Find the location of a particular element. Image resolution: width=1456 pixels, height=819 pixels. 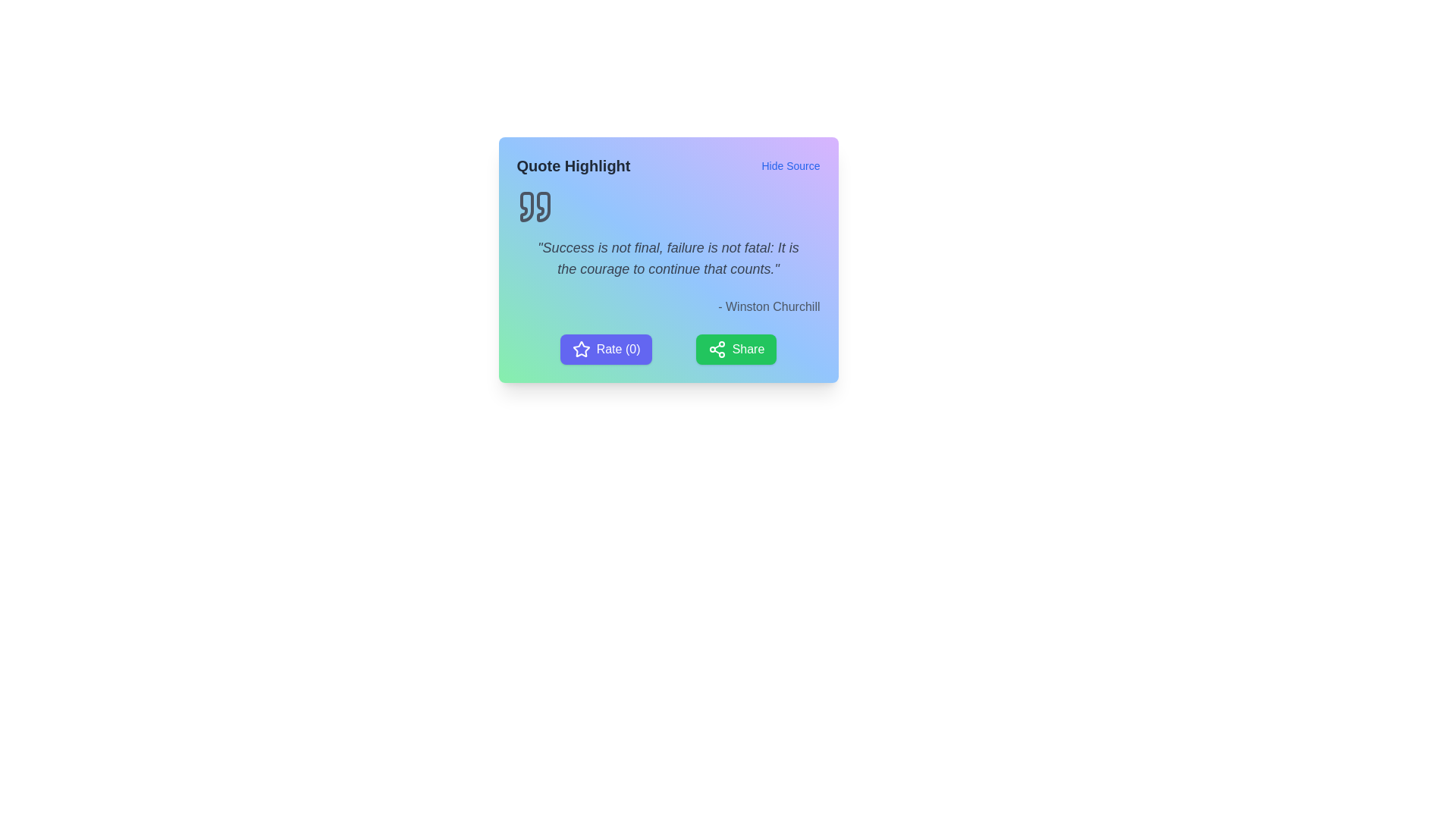

the 'Rate (0)' button with a purple background and white text is located at coordinates (605, 350).